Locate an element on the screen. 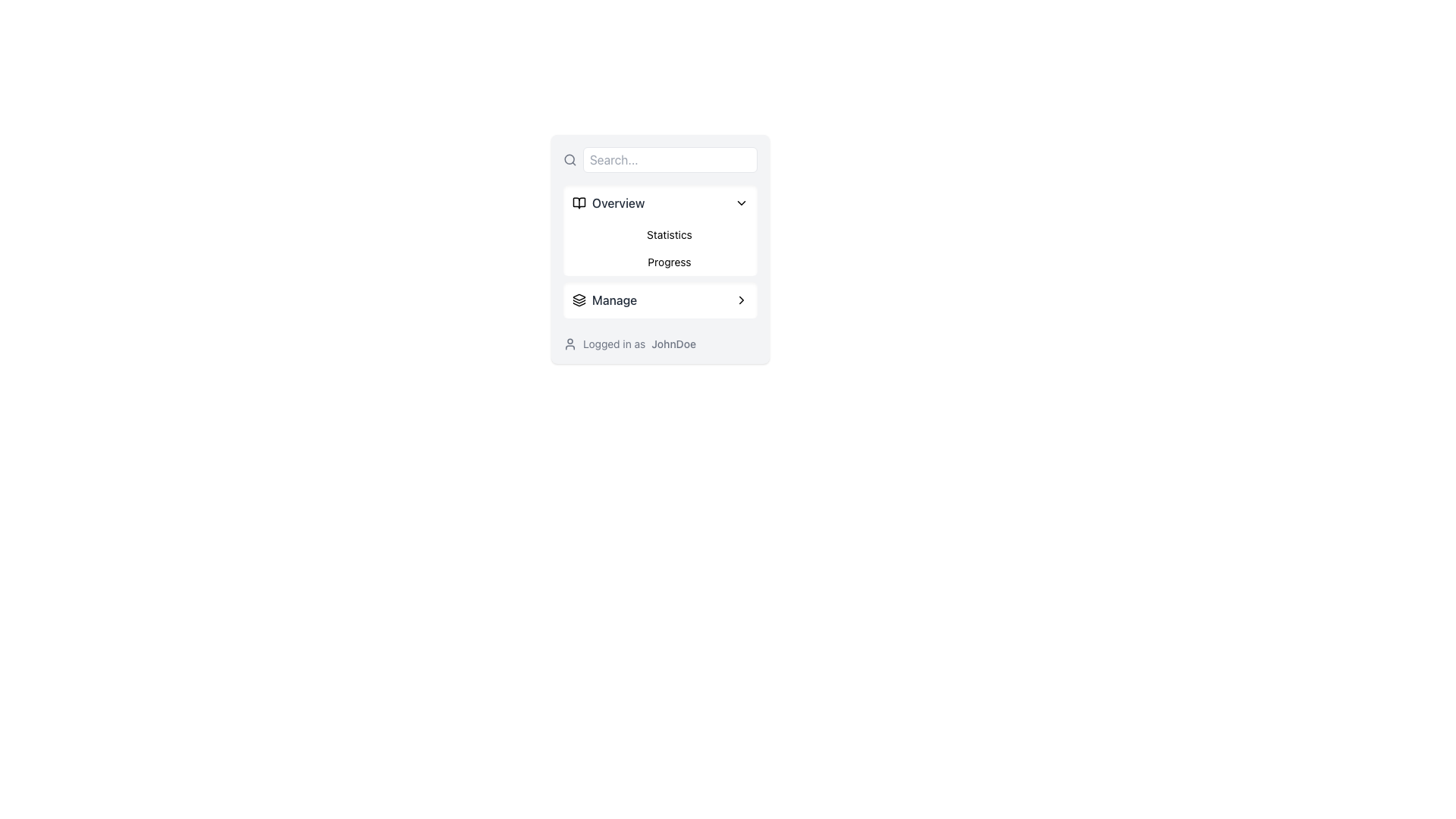 This screenshot has height=819, width=1456. the topmost triangular icon in the layering icon set, which is designed to indicate layers or hierarchy is located at coordinates (578, 297).